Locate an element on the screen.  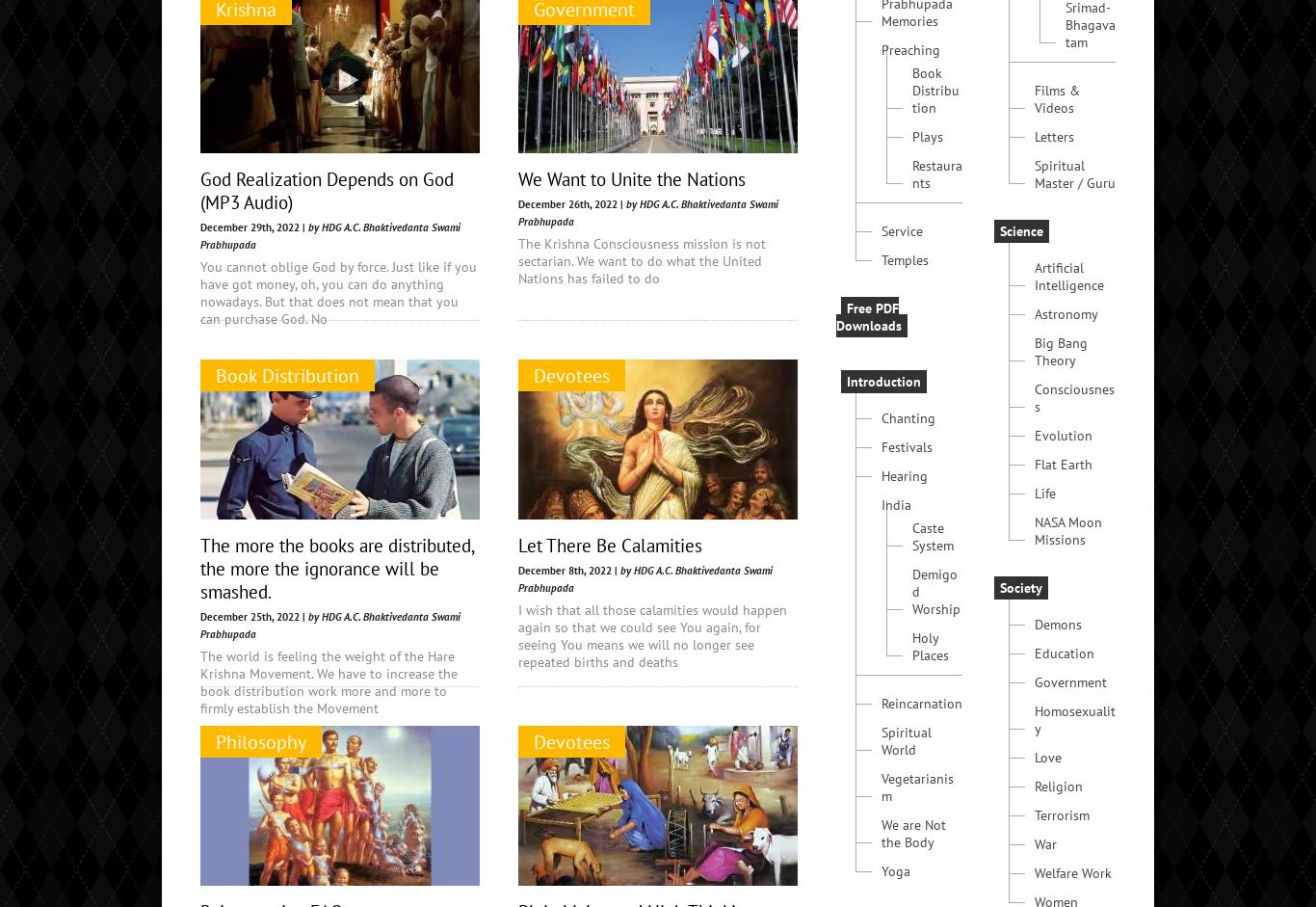
'Let There Be Calamities' is located at coordinates (609, 545).